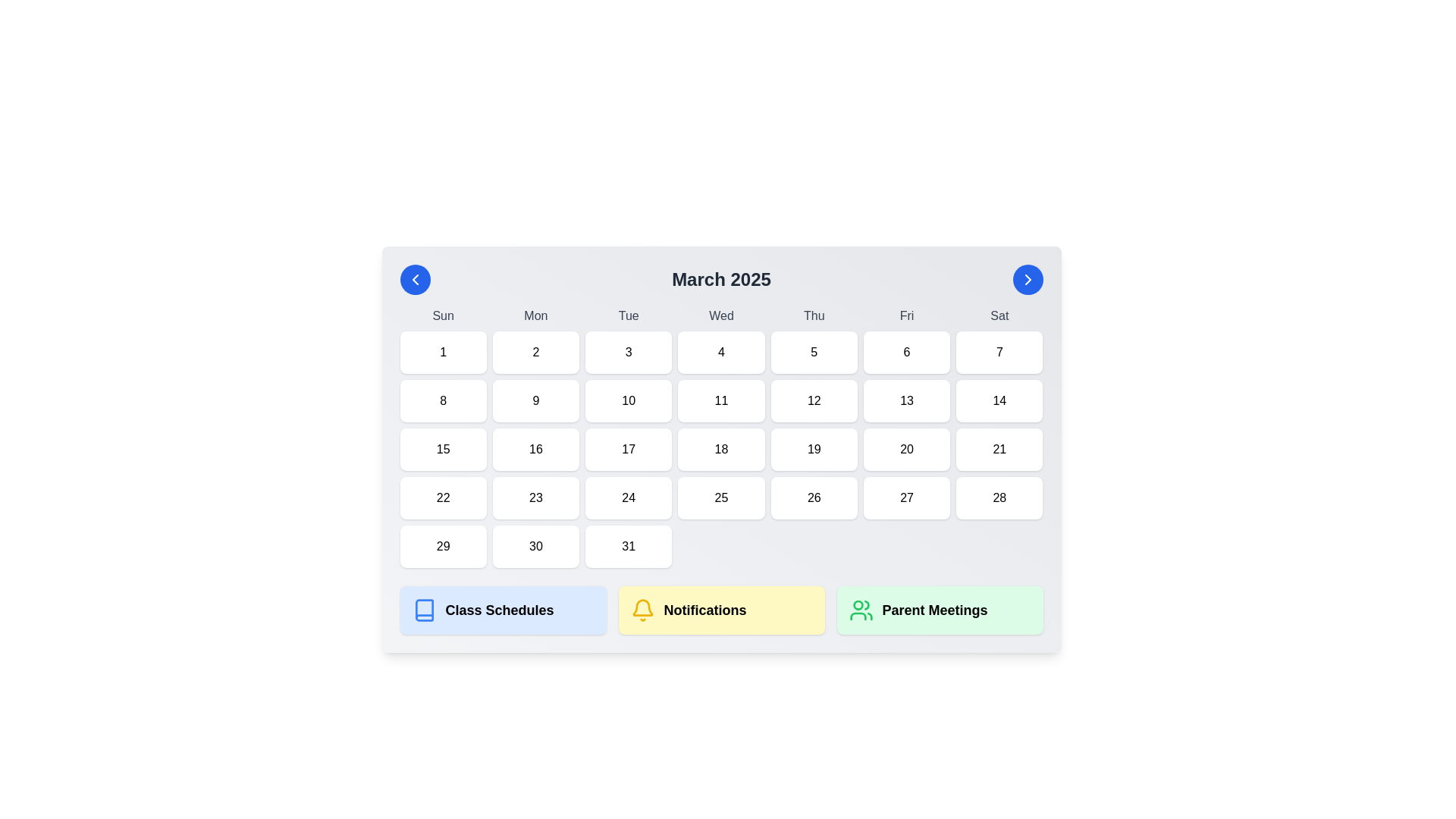 The width and height of the screenshot is (1456, 819). Describe the element at coordinates (999, 449) in the screenshot. I see `the calendar date cell representing the 21st day, located in the sixth row and seventh column of the calendar layout` at that location.